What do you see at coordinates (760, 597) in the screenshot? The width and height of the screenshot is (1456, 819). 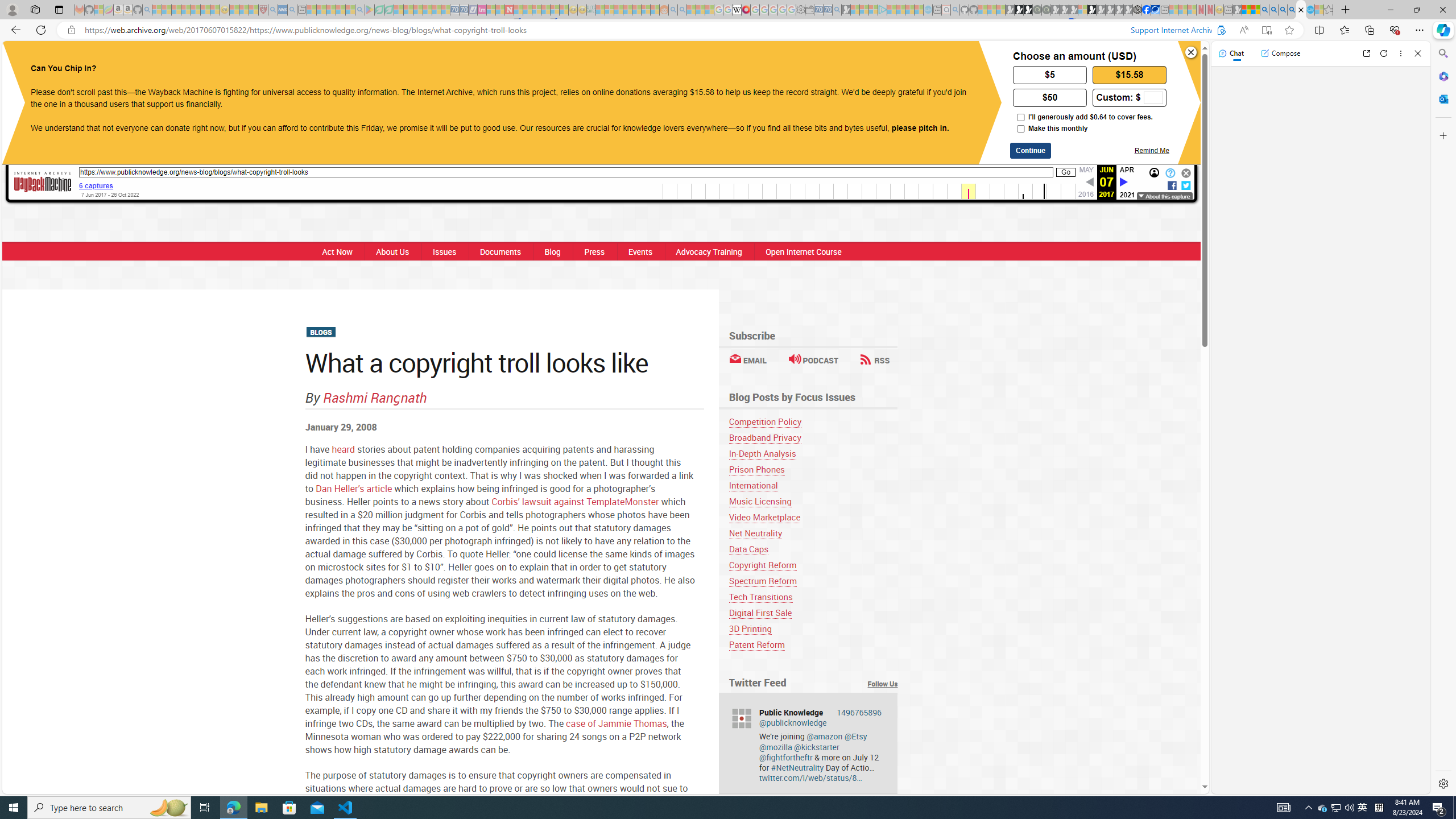 I see `'Tech Transitions'` at bounding box center [760, 597].